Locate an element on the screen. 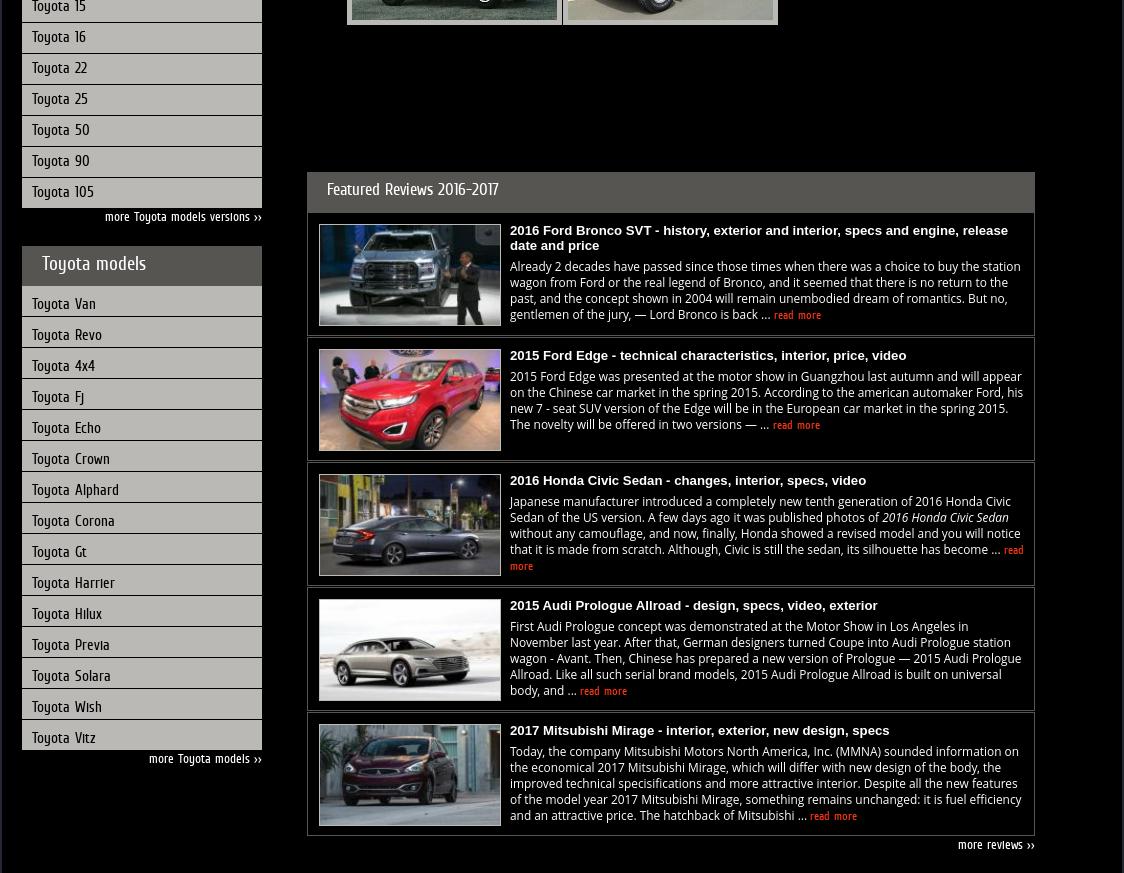 The width and height of the screenshot is (1124, 873). 'Toyota Wish' is located at coordinates (31, 706).